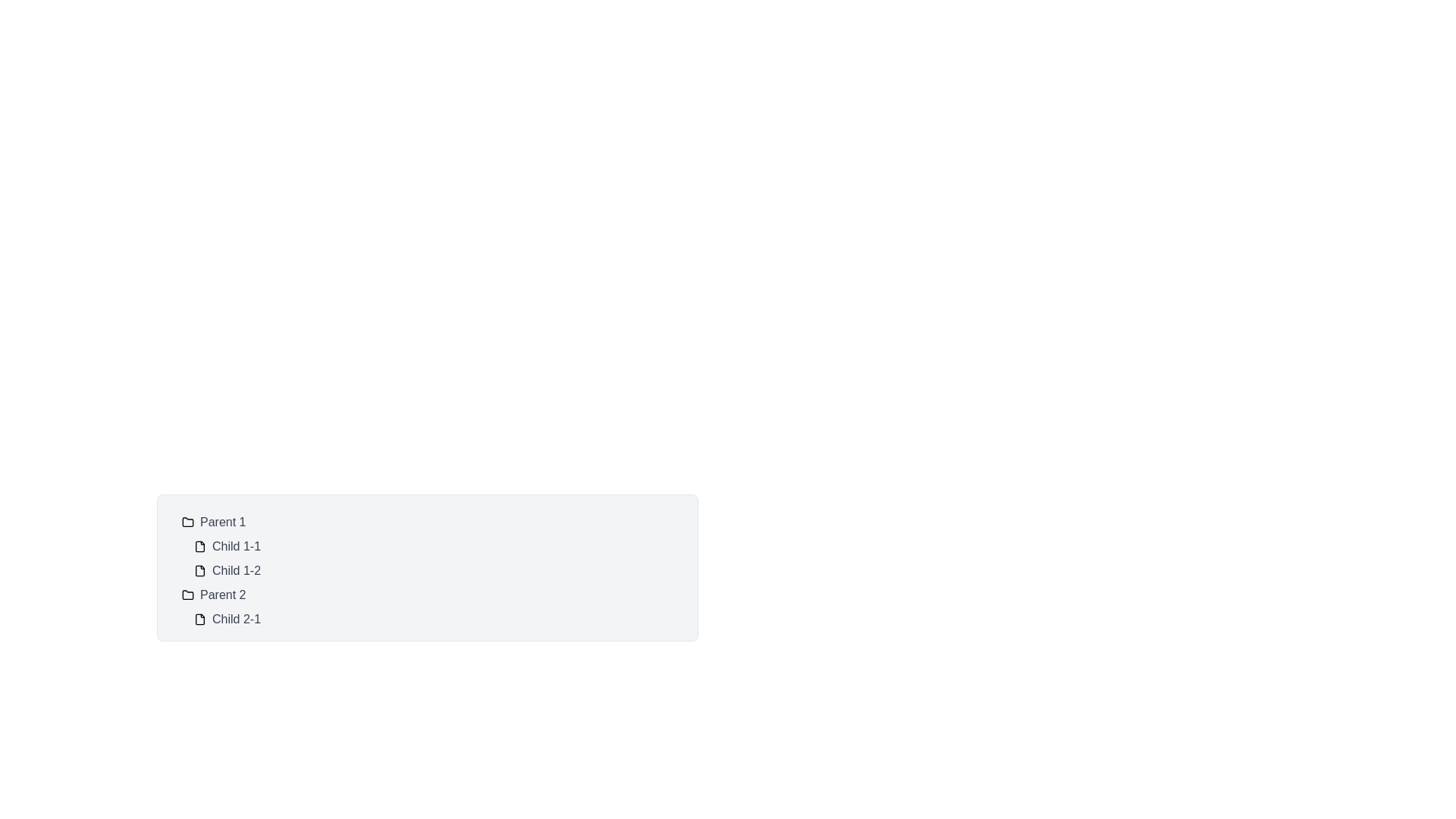  I want to click on the Text Label indicating the title of the first collapsible section of the list, which is aligned horizontally with a folder icon to its left, so click(222, 522).